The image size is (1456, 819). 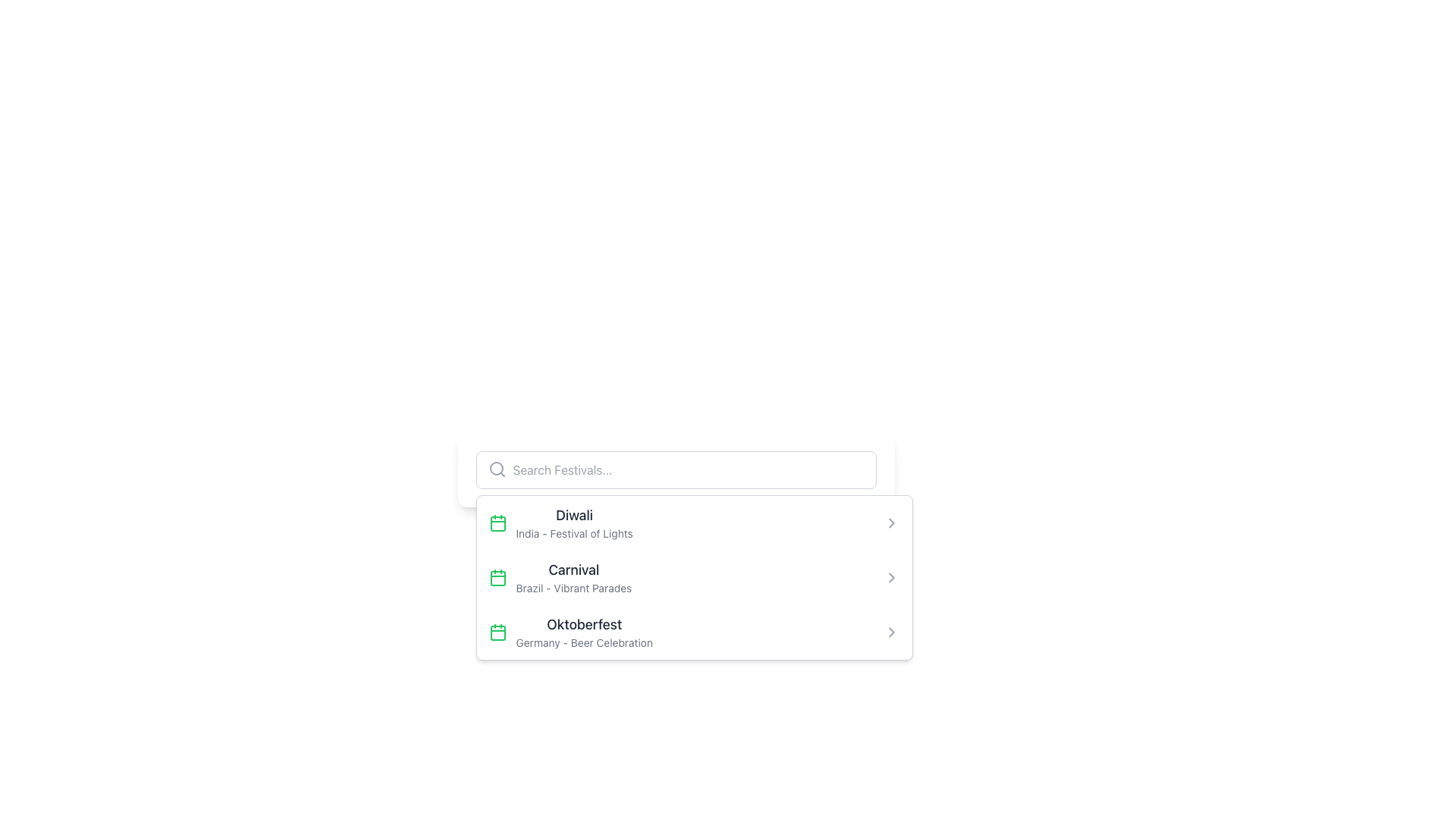 I want to click on the rightward-facing chevron icon at the far right end of the 'Carnival - Brazil - Vibrant Parades' list item to initiate navigation or reveal more information, so click(x=891, y=578).